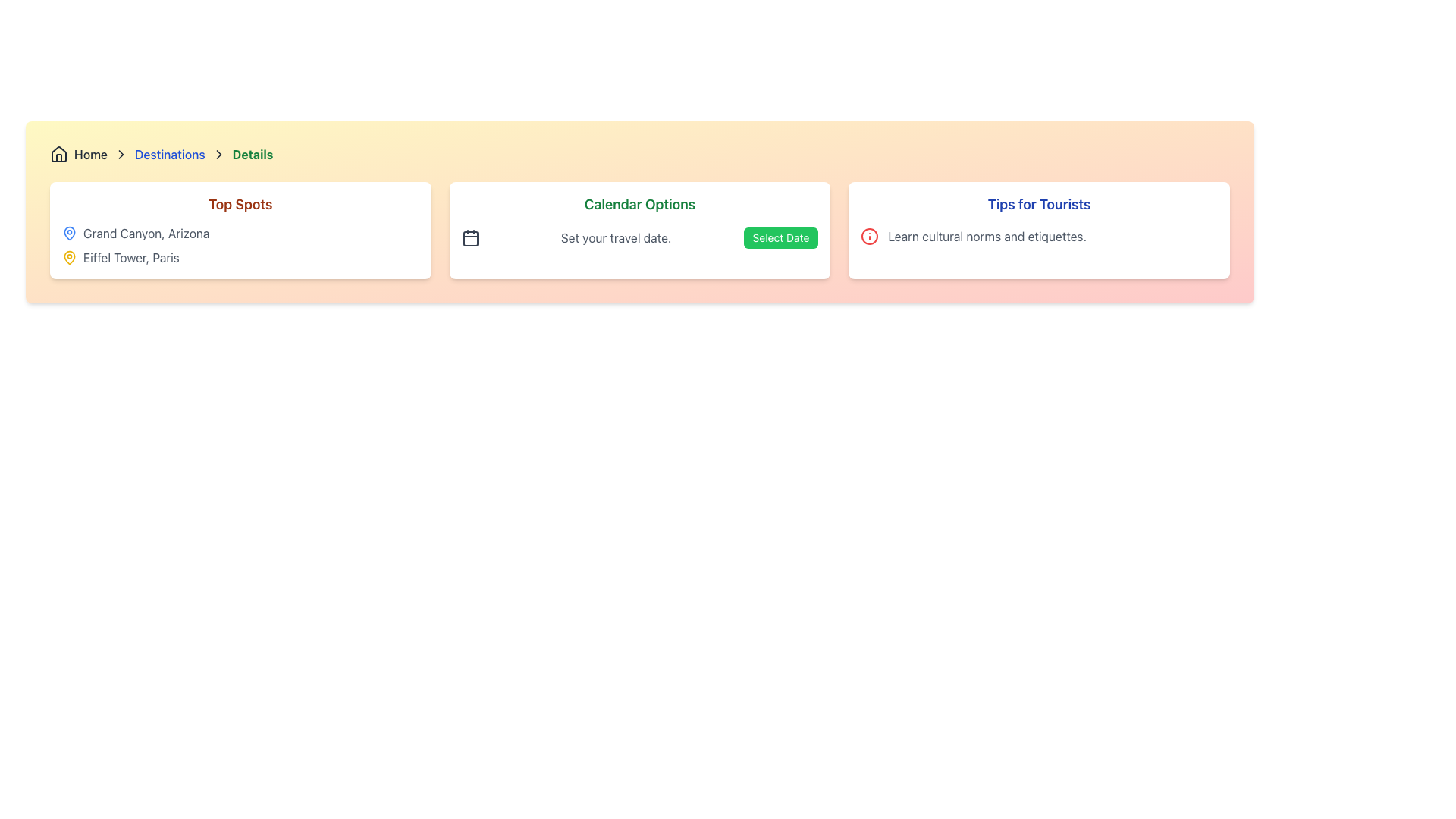 This screenshot has width=1456, height=819. Describe the element at coordinates (58, 155) in the screenshot. I see `the house icon in the breadcrumb navigation, which is styled in a minimalistic outline format and is positioned directly to the left of the text 'Home'` at that location.